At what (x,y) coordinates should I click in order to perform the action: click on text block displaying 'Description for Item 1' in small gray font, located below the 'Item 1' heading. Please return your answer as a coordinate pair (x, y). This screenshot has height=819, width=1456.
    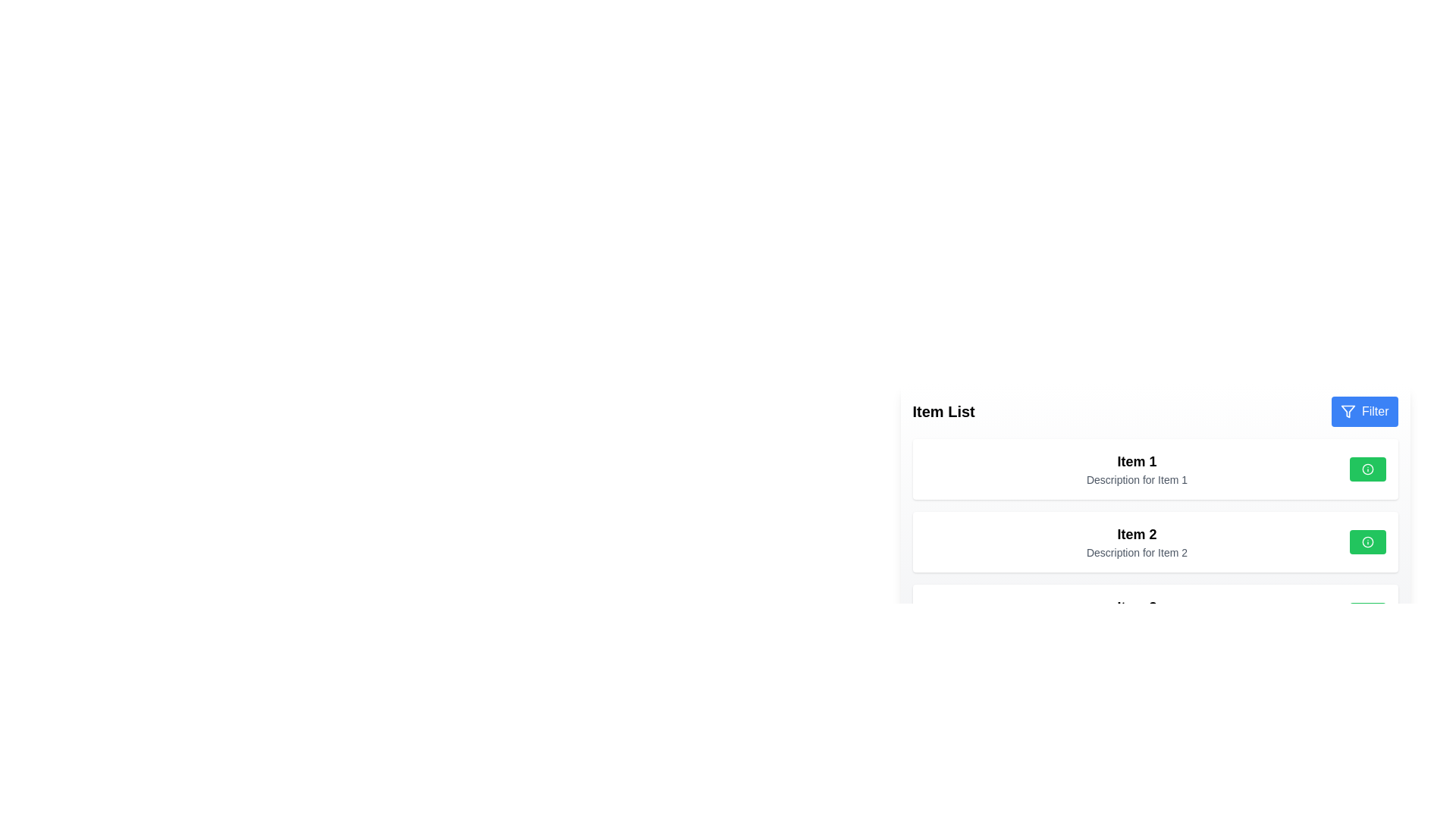
    Looking at the image, I should click on (1137, 479).